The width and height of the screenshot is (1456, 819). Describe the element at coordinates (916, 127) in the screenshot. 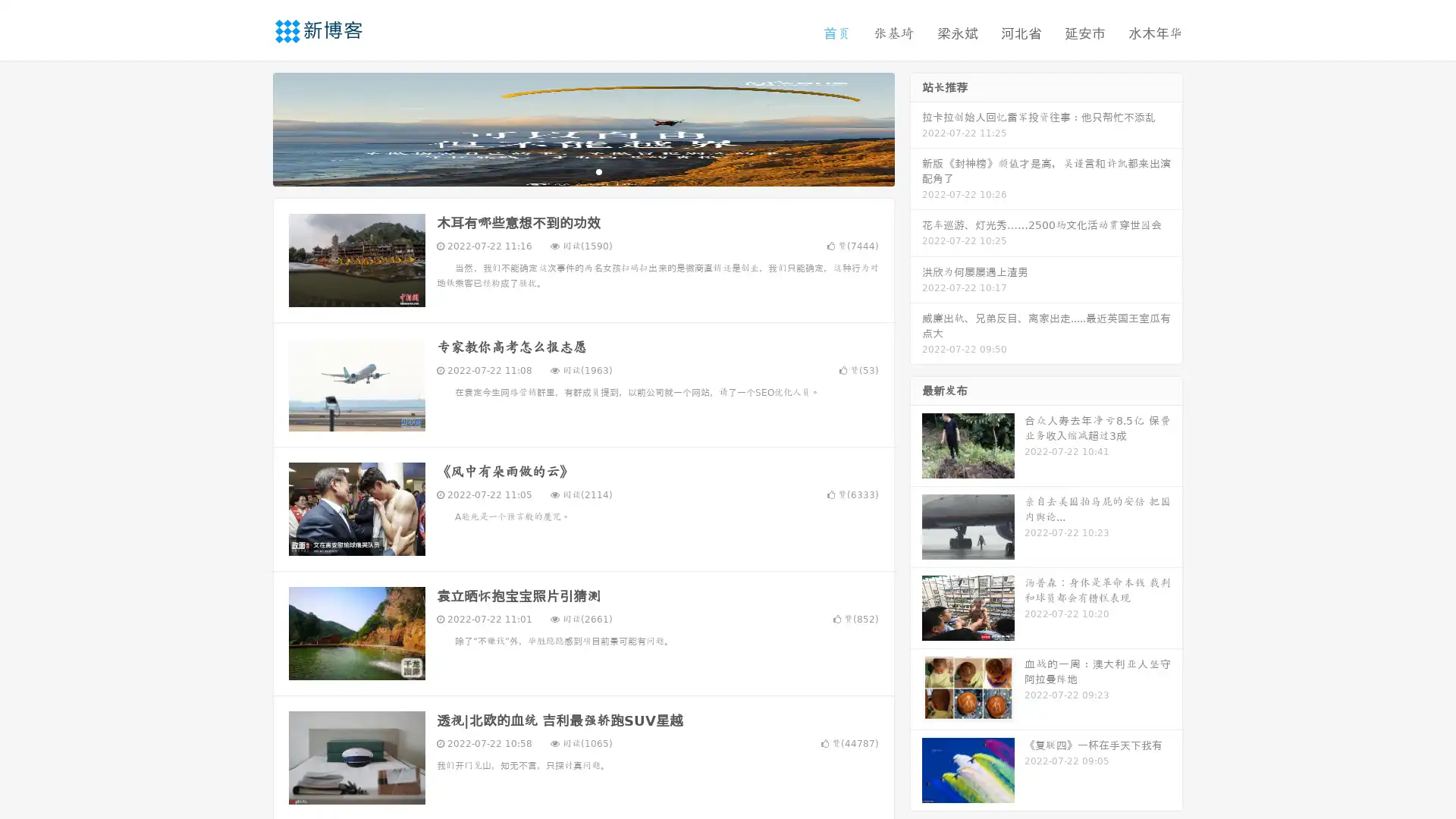

I see `Next slide` at that location.